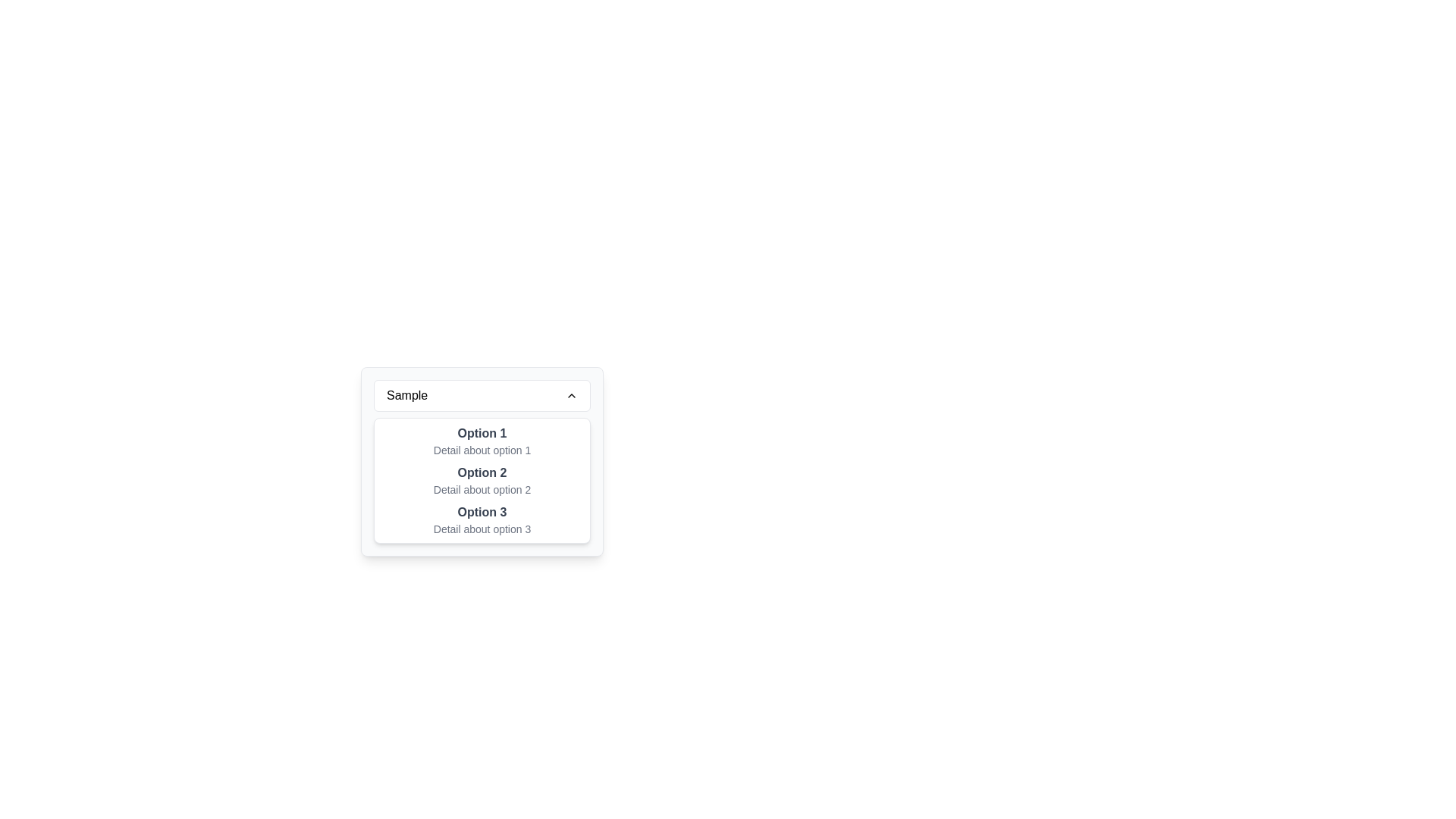 The width and height of the screenshot is (1456, 819). I want to click on the first list item element that reads 'Option 1' in bold gray font, so click(481, 441).